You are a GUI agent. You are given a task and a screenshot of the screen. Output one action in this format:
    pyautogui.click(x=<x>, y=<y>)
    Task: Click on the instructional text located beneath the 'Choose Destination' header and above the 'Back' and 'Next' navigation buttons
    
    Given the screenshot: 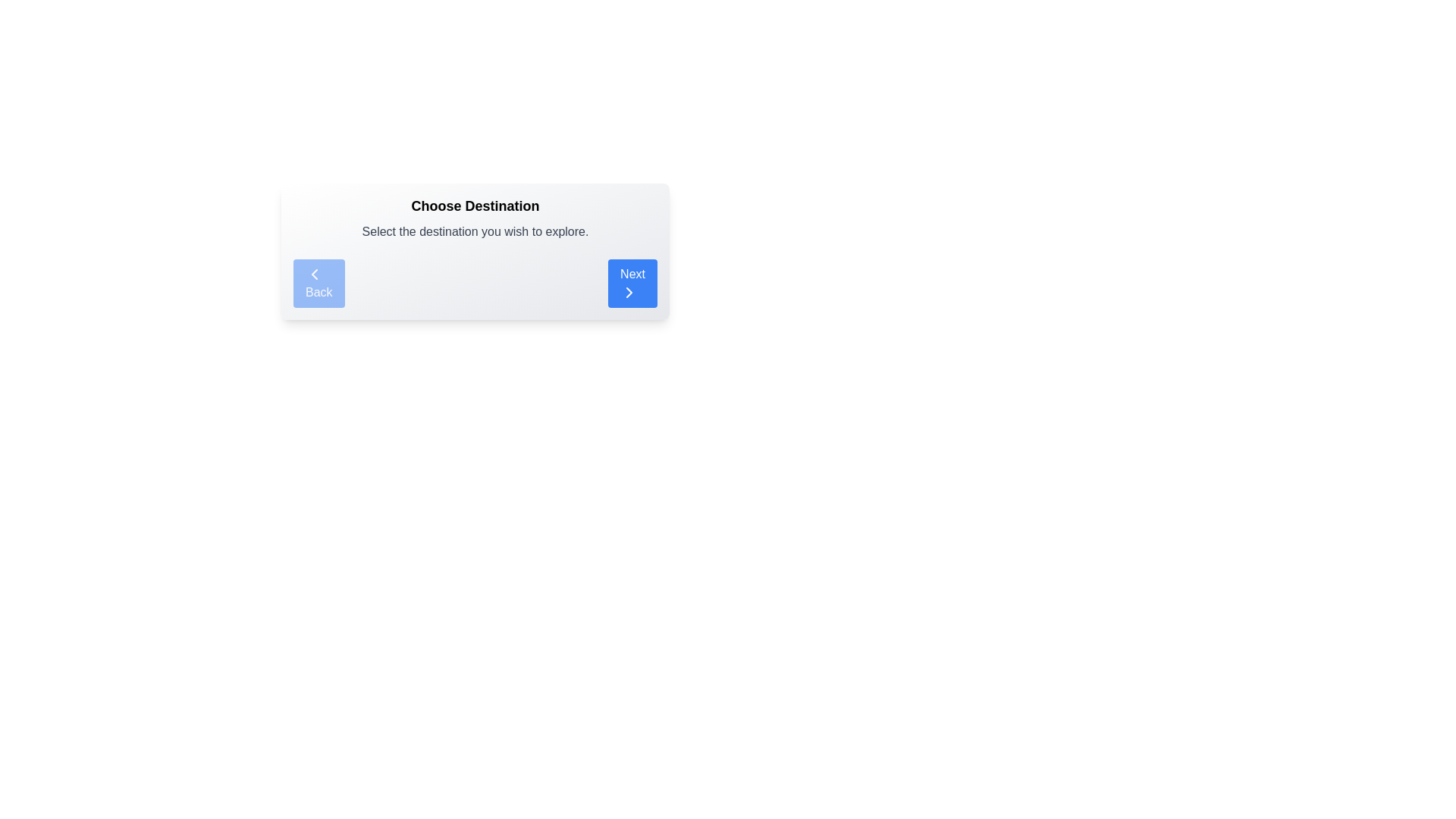 What is the action you would take?
    pyautogui.click(x=475, y=231)
    